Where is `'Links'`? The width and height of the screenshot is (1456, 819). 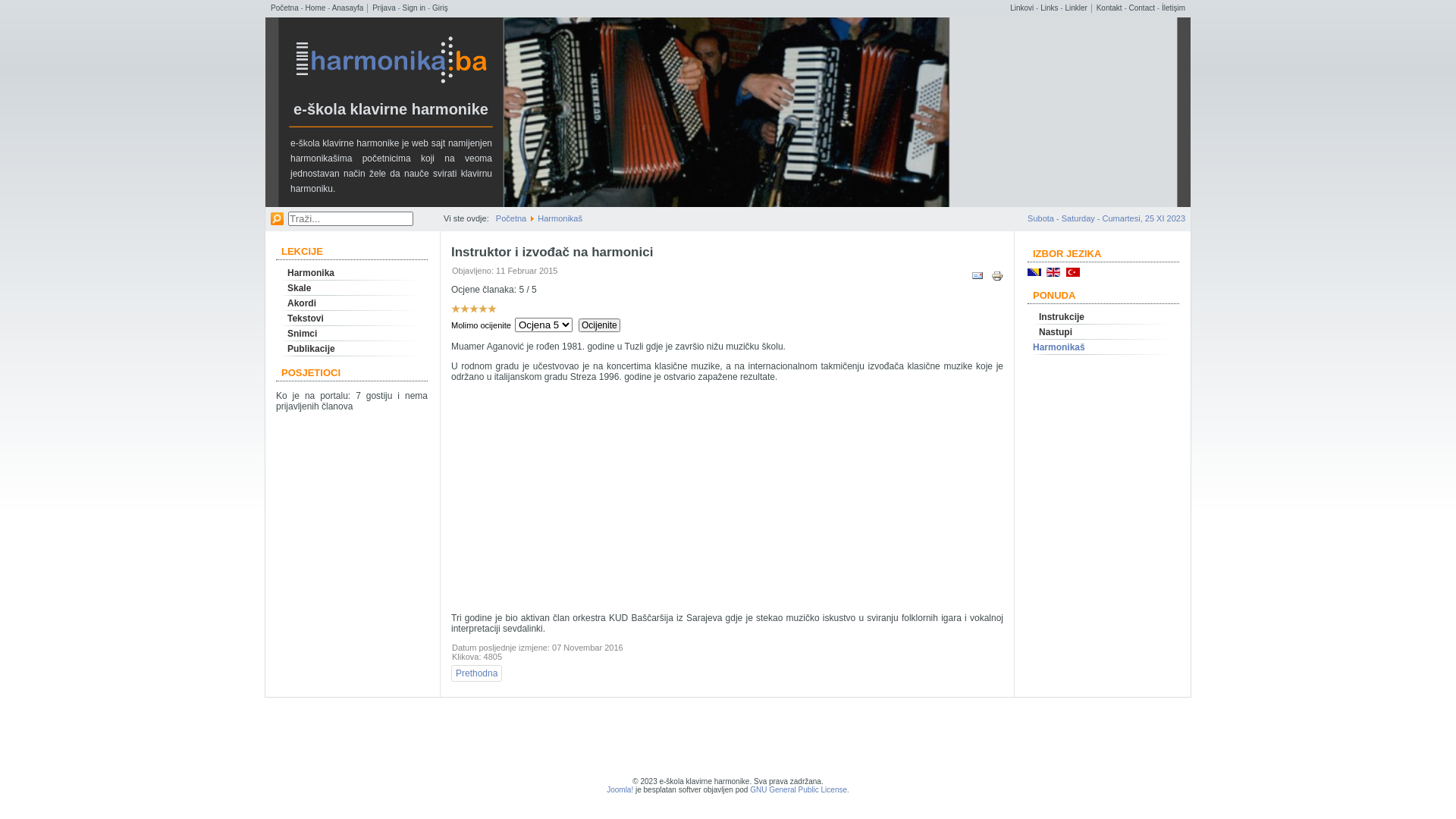
'Links' is located at coordinates (1048, 8).